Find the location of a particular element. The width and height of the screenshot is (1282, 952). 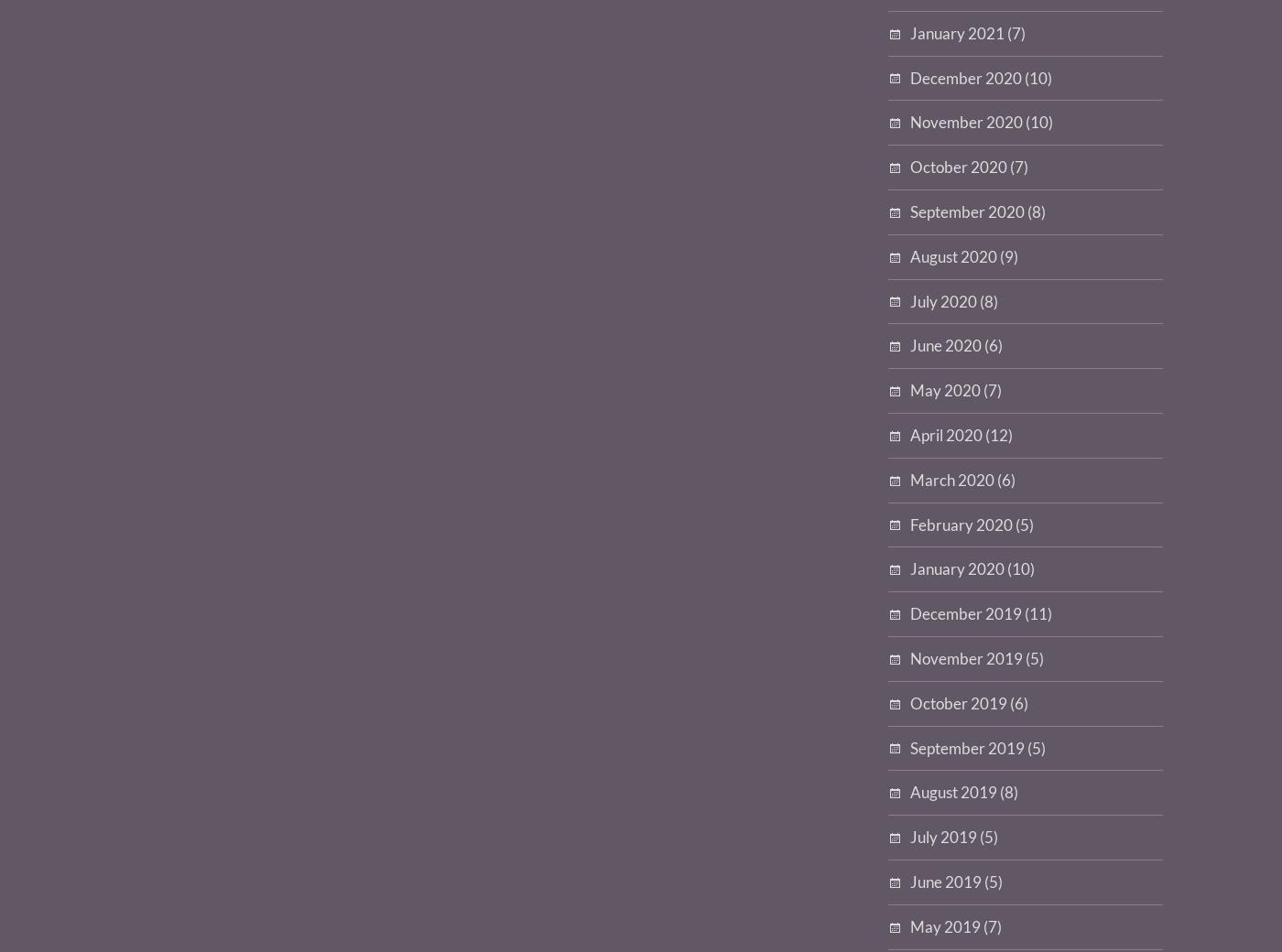

'May 2020' is located at coordinates (910, 390).